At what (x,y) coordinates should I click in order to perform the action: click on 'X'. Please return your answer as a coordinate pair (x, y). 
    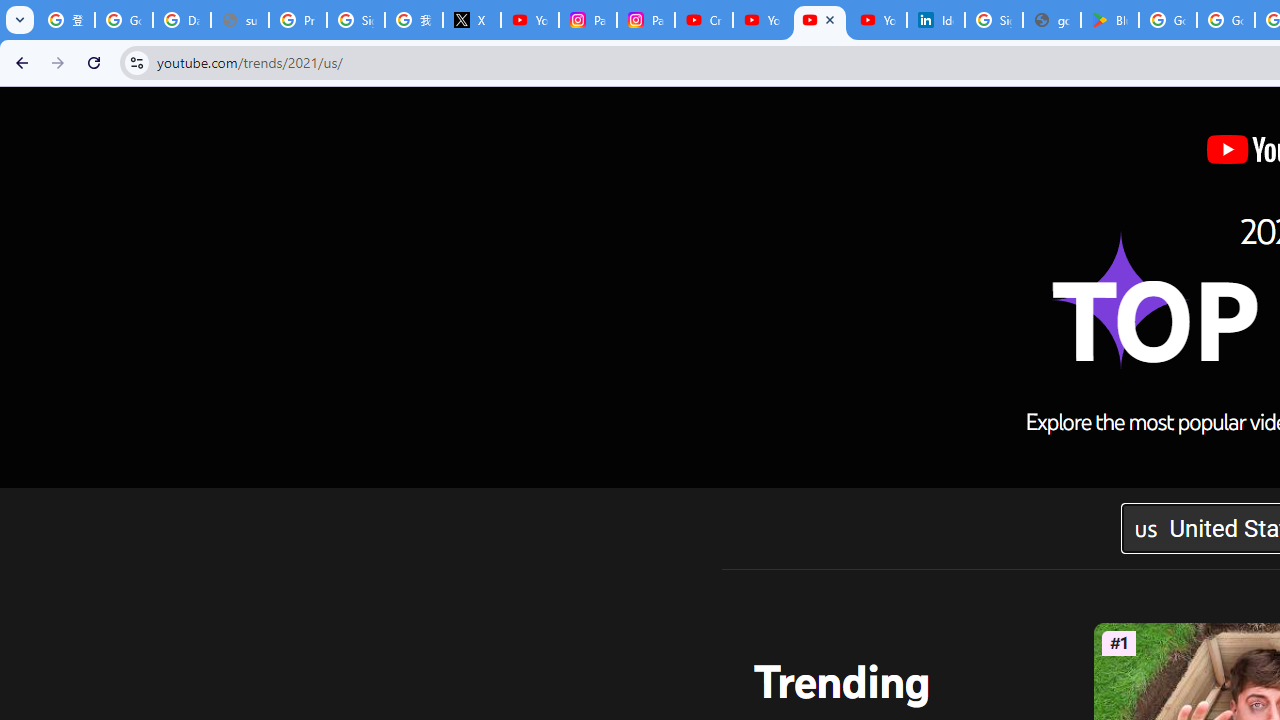
    Looking at the image, I should click on (470, 20).